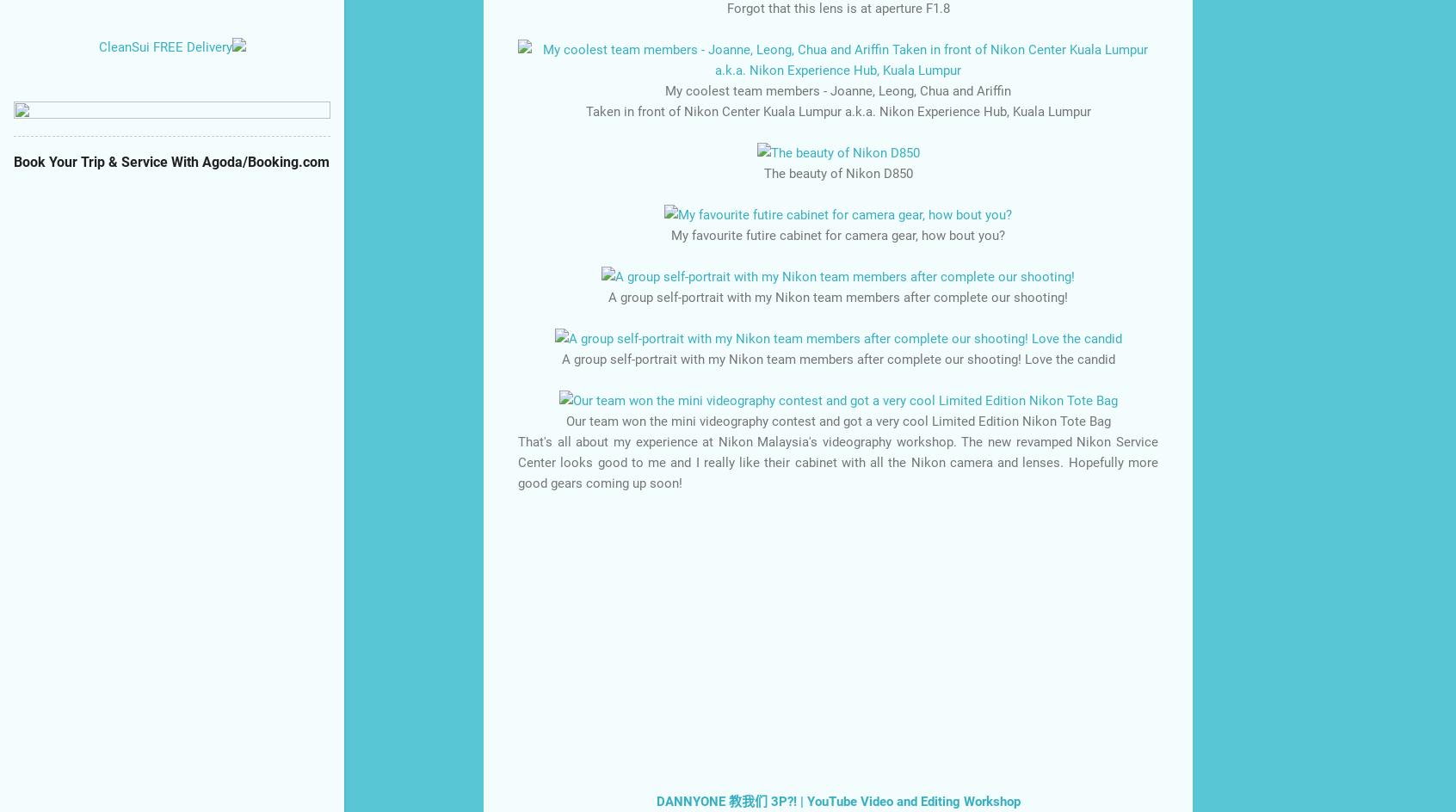  What do you see at coordinates (838, 296) in the screenshot?
I see `'A group self-portrait with my Nikon team members after complete our shooting!'` at bounding box center [838, 296].